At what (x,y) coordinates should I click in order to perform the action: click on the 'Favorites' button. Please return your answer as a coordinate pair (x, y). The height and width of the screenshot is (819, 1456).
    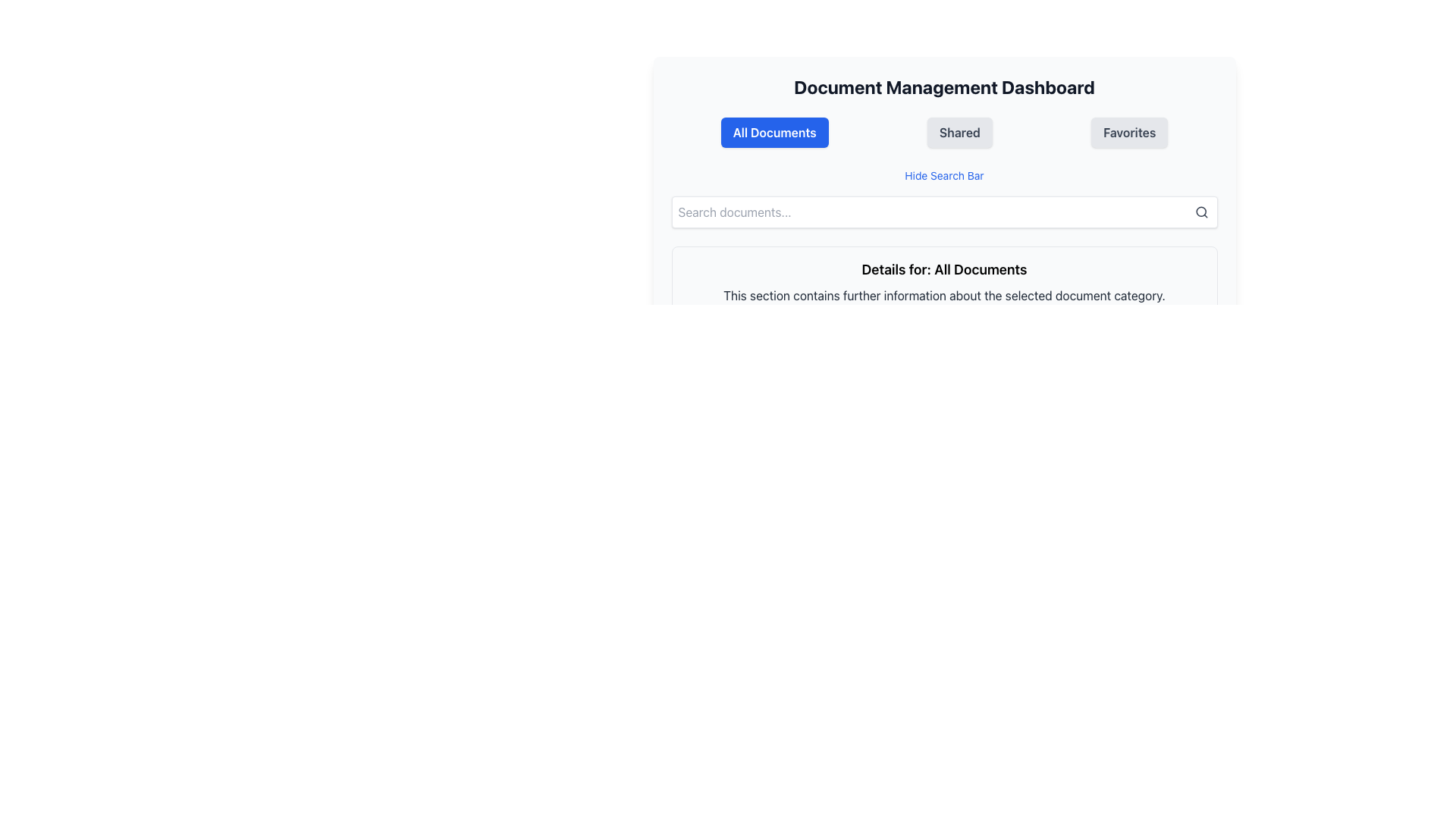
    Looking at the image, I should click on (1129, 131).